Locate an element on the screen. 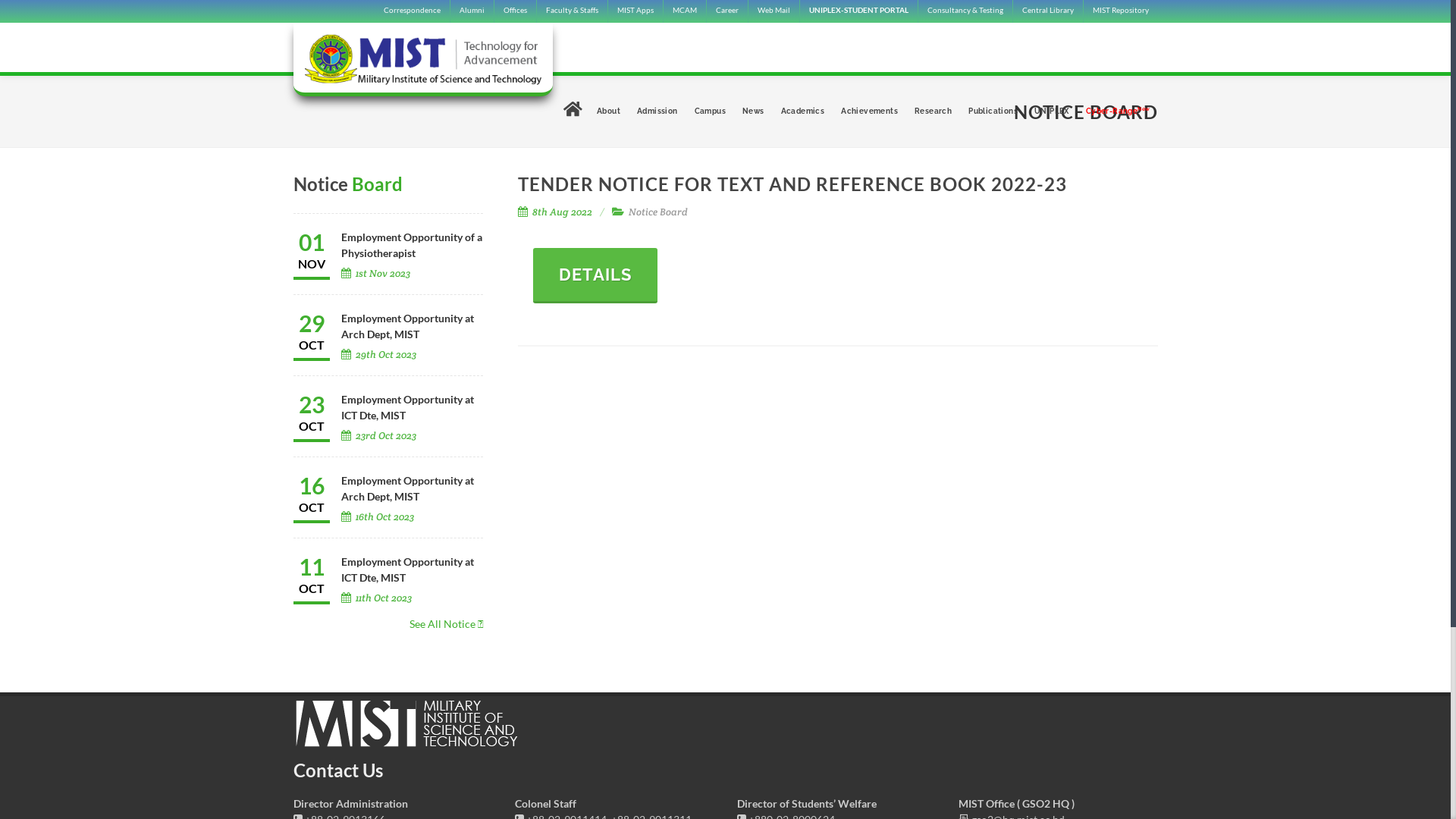 This screenshot has height=819, width=1456. 'Campus' is located at coordinates (686, 110).